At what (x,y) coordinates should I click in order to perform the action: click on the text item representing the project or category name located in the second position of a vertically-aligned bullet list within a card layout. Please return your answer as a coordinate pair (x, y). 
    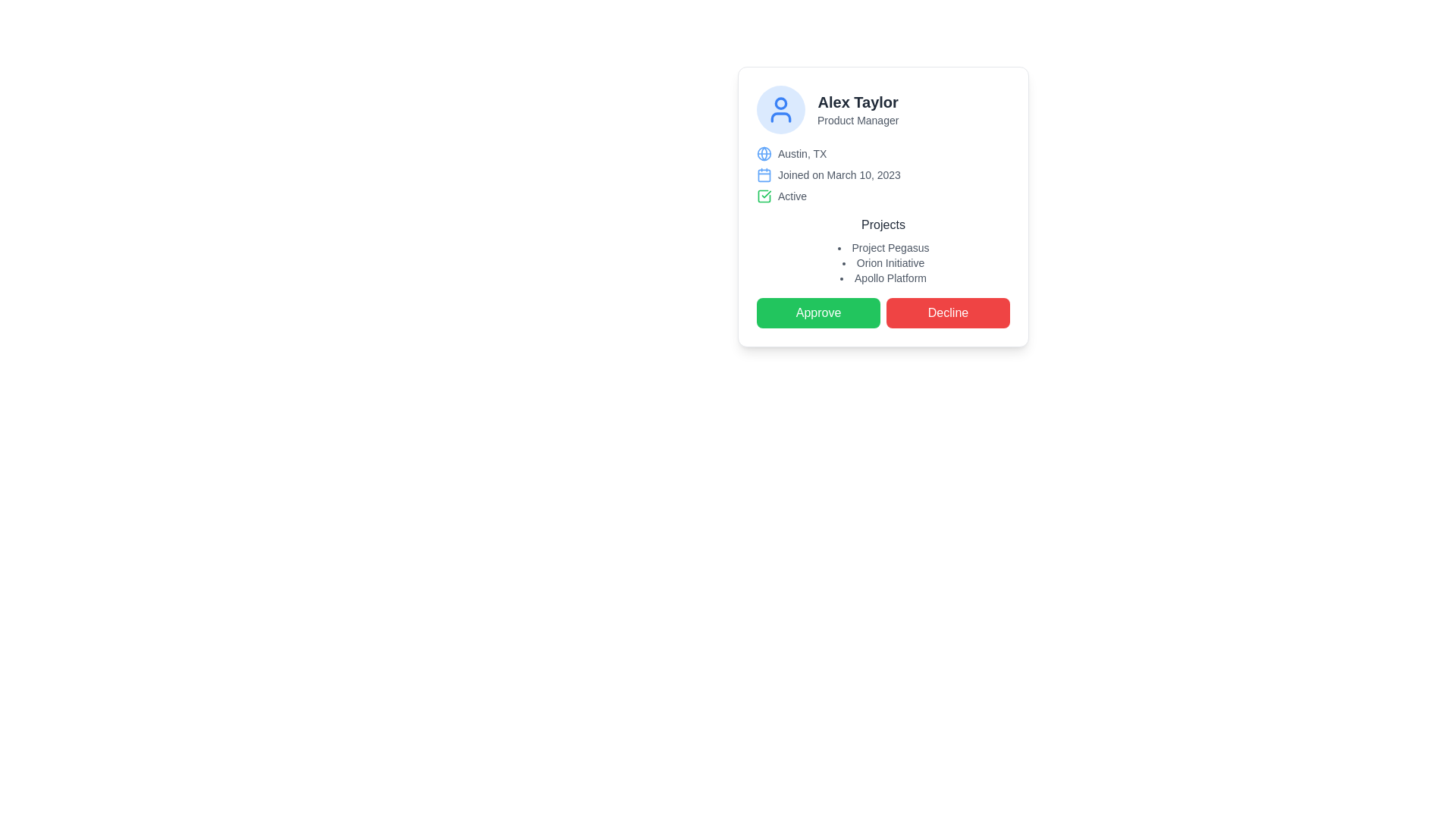
    Looking at the image, I should click on (883, 262).